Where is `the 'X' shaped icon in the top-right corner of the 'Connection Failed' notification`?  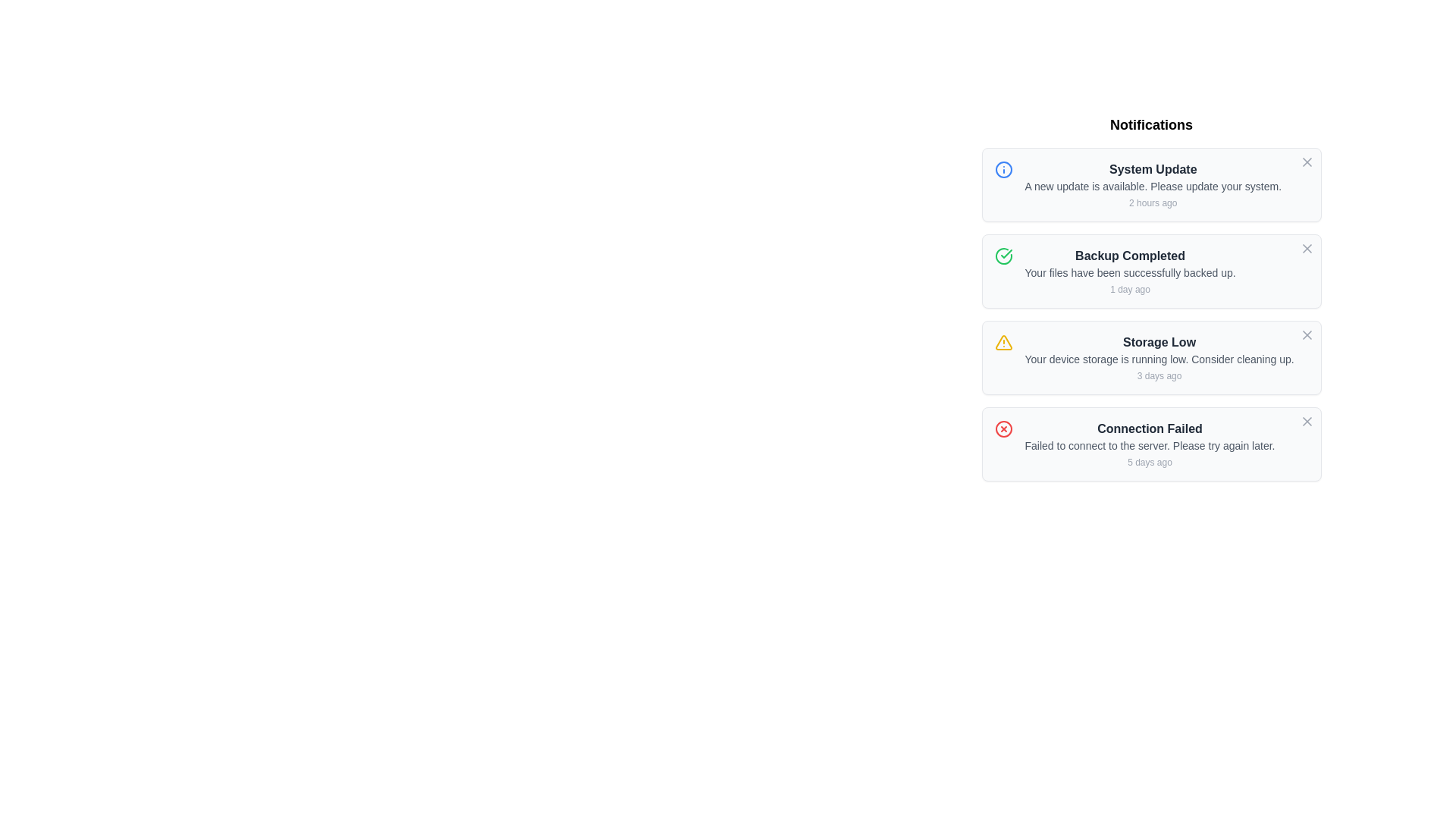 the 'X' shaped icon in the top-right corner of the 'Connection Failed' notification is located at coordinates (1306, 421).